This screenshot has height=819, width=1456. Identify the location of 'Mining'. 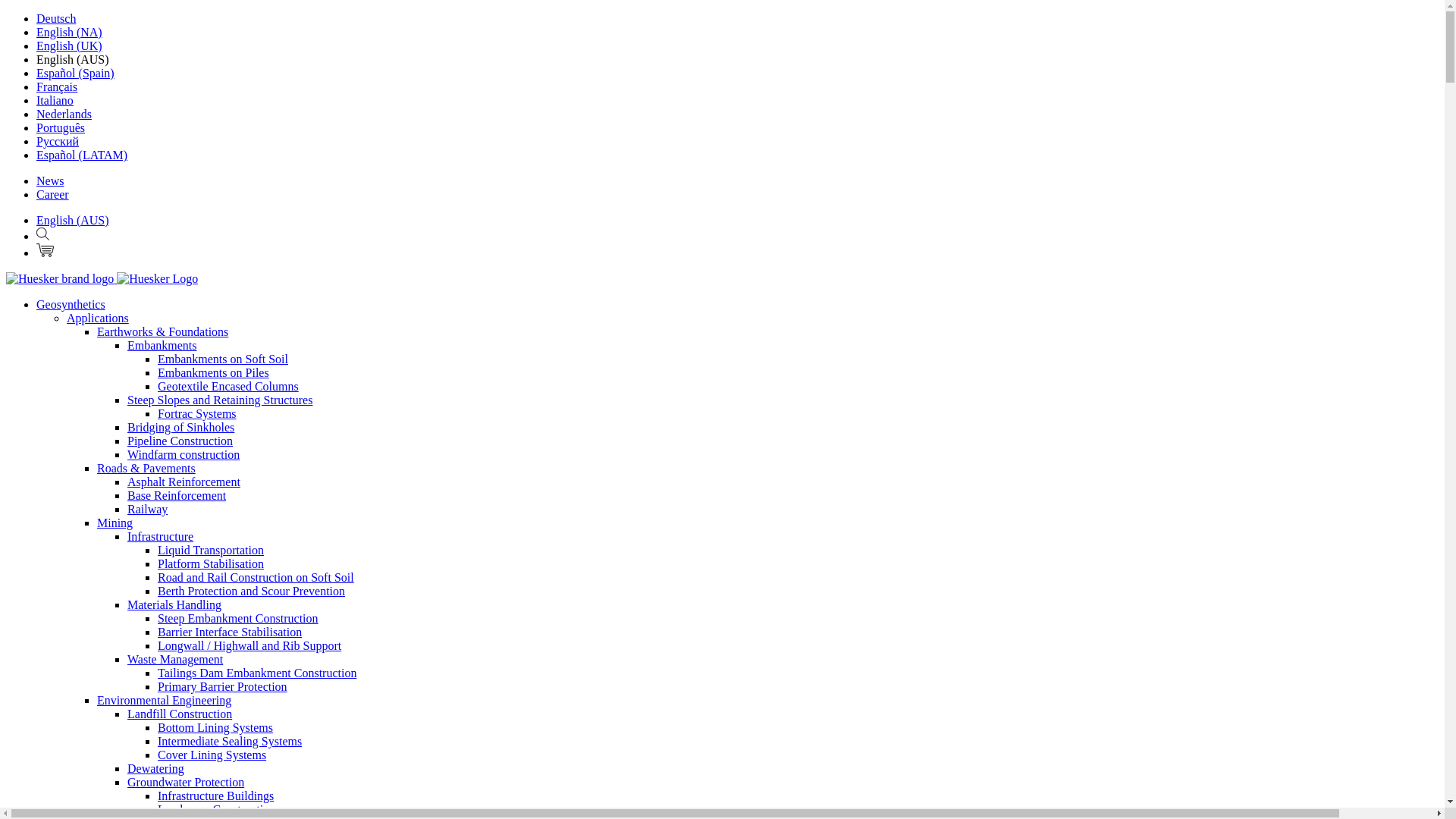
(114, 522).